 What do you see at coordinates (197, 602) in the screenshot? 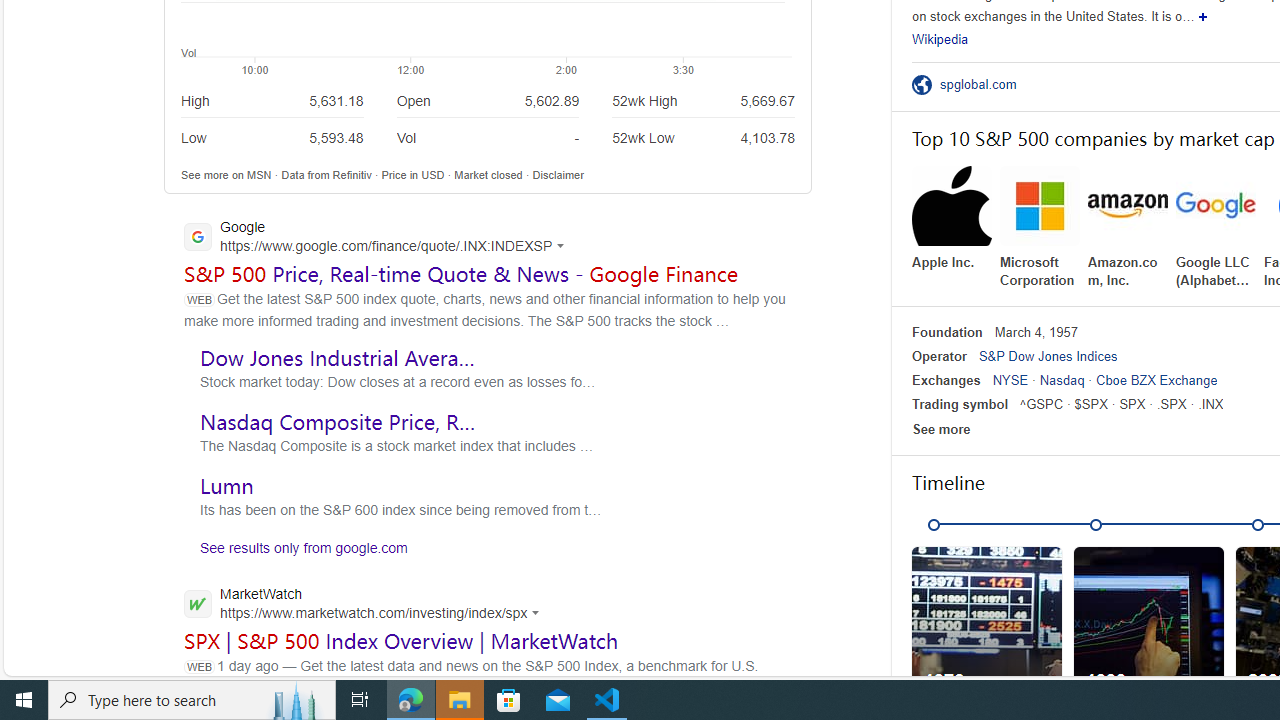
I see `'Global web icon'` at bounding box center [197, 602].